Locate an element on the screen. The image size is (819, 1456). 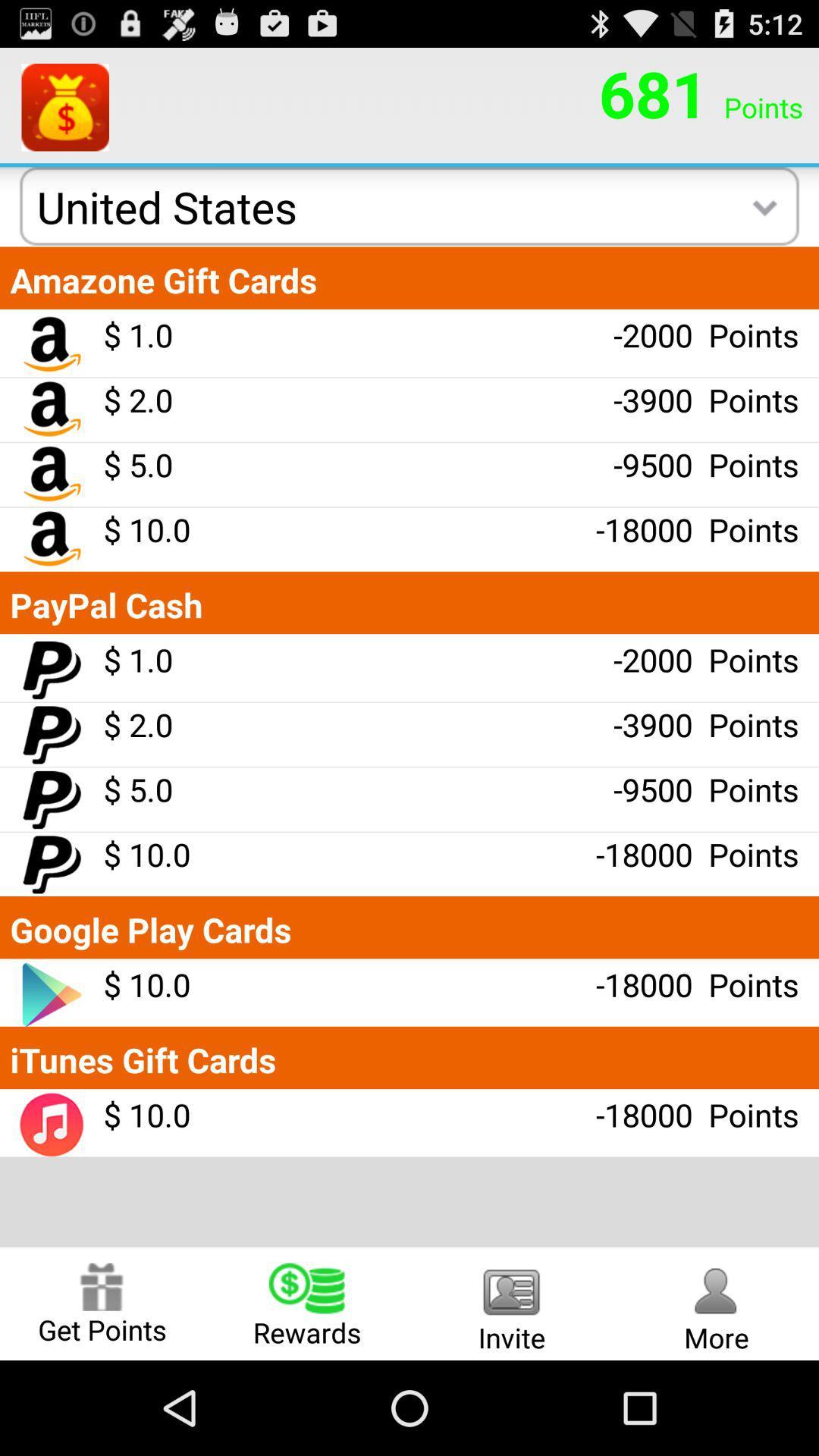
radio button next to the get points radio button is located at coordinates (307, 1303).